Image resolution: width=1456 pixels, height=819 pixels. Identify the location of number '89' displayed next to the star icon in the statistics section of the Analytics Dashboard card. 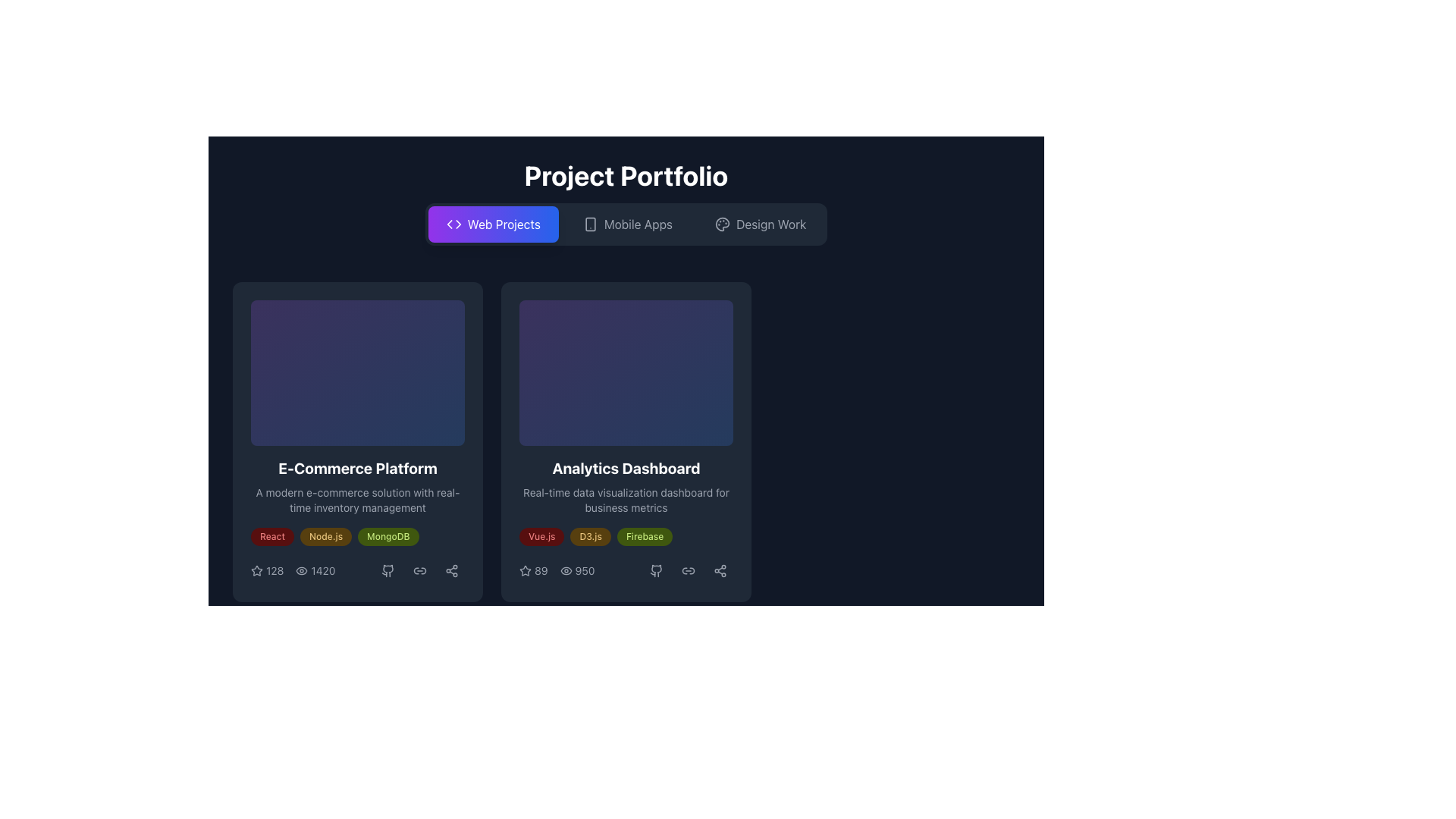
(533, 570).